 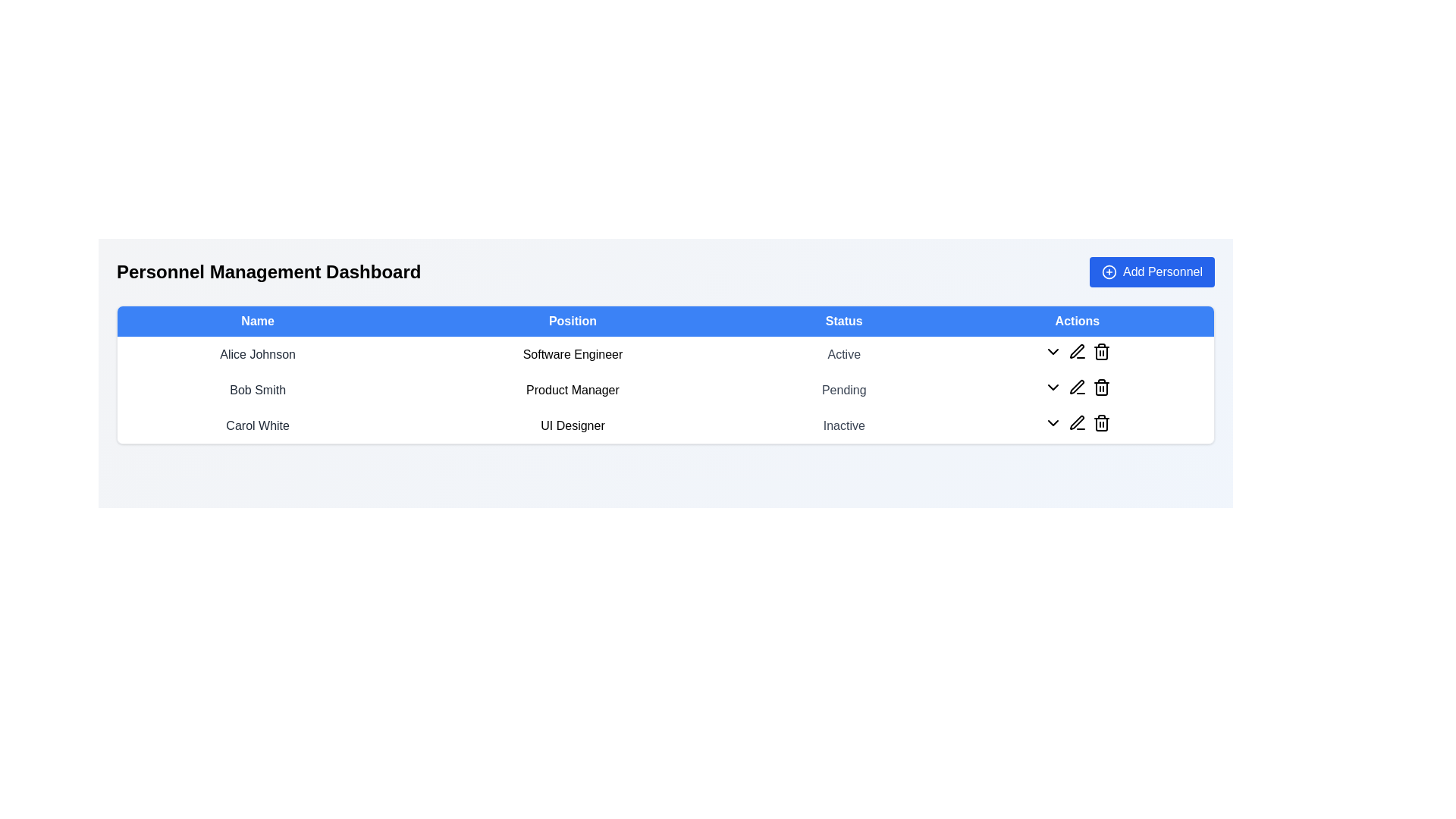 I want to click on the graphical icon representing the edit action in the SVG component located in the 'Actions' column of the last row associated with 'Carol White' in the personnel management table, so click(x=1076, y=422).